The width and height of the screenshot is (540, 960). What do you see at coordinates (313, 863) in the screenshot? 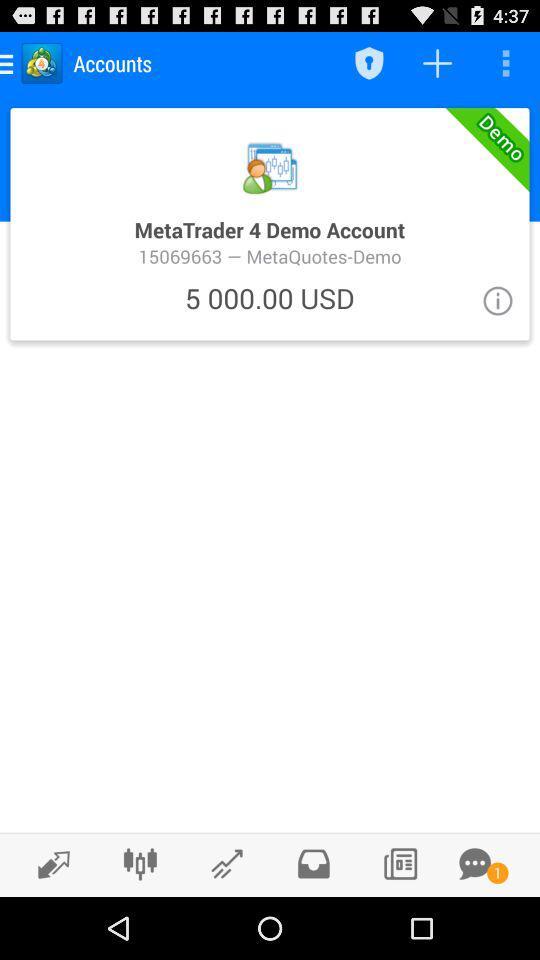
I see `file option` at bounding box center [313, 863].